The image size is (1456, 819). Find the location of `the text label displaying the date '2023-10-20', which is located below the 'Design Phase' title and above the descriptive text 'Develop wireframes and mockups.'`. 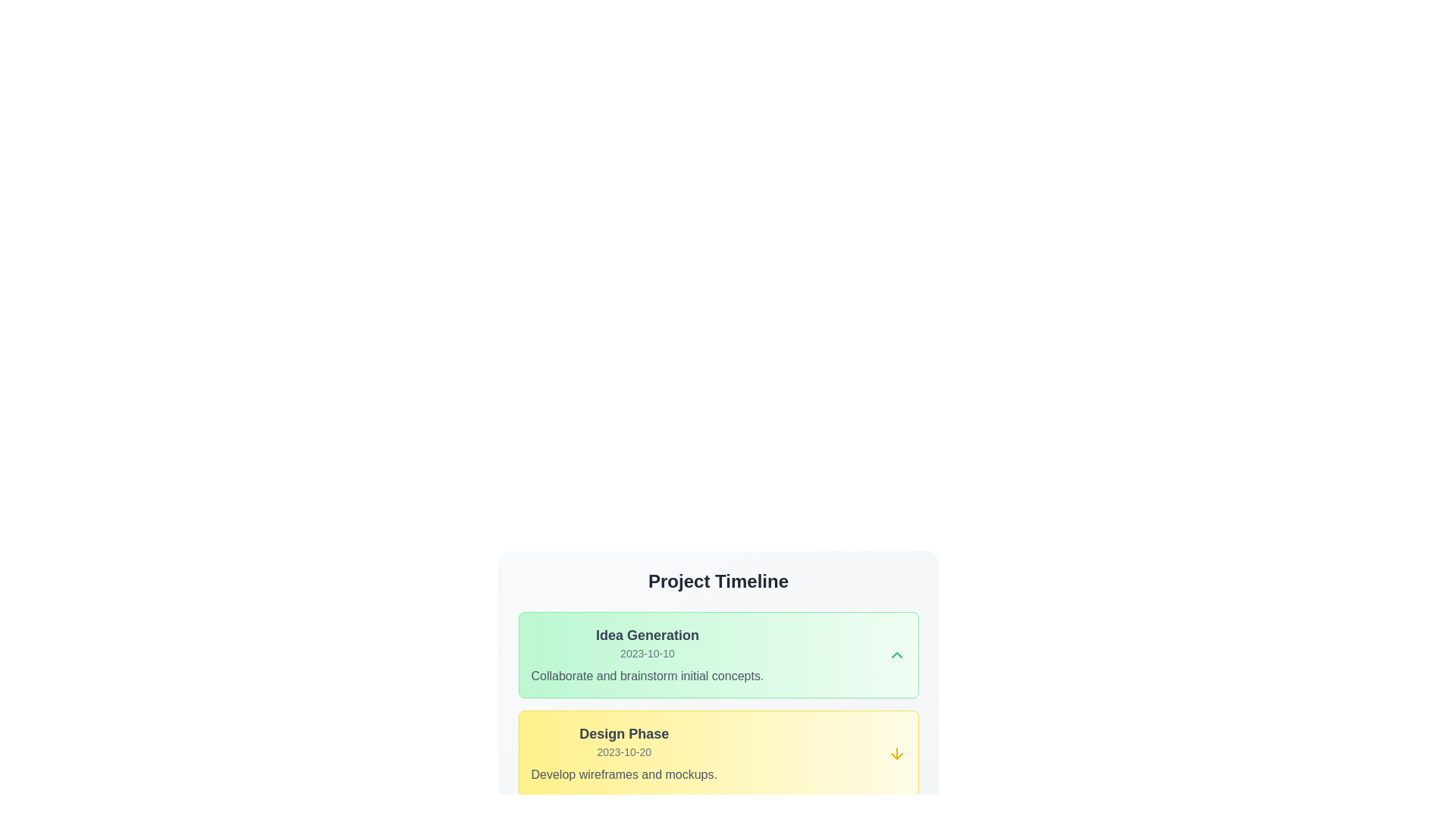

the text label displaying the date '2023-10-20', which is located below the 'Design Phase' title and above the descriptive text 'Develop wireframes and mockups.' is located at coordinates (624, 752).